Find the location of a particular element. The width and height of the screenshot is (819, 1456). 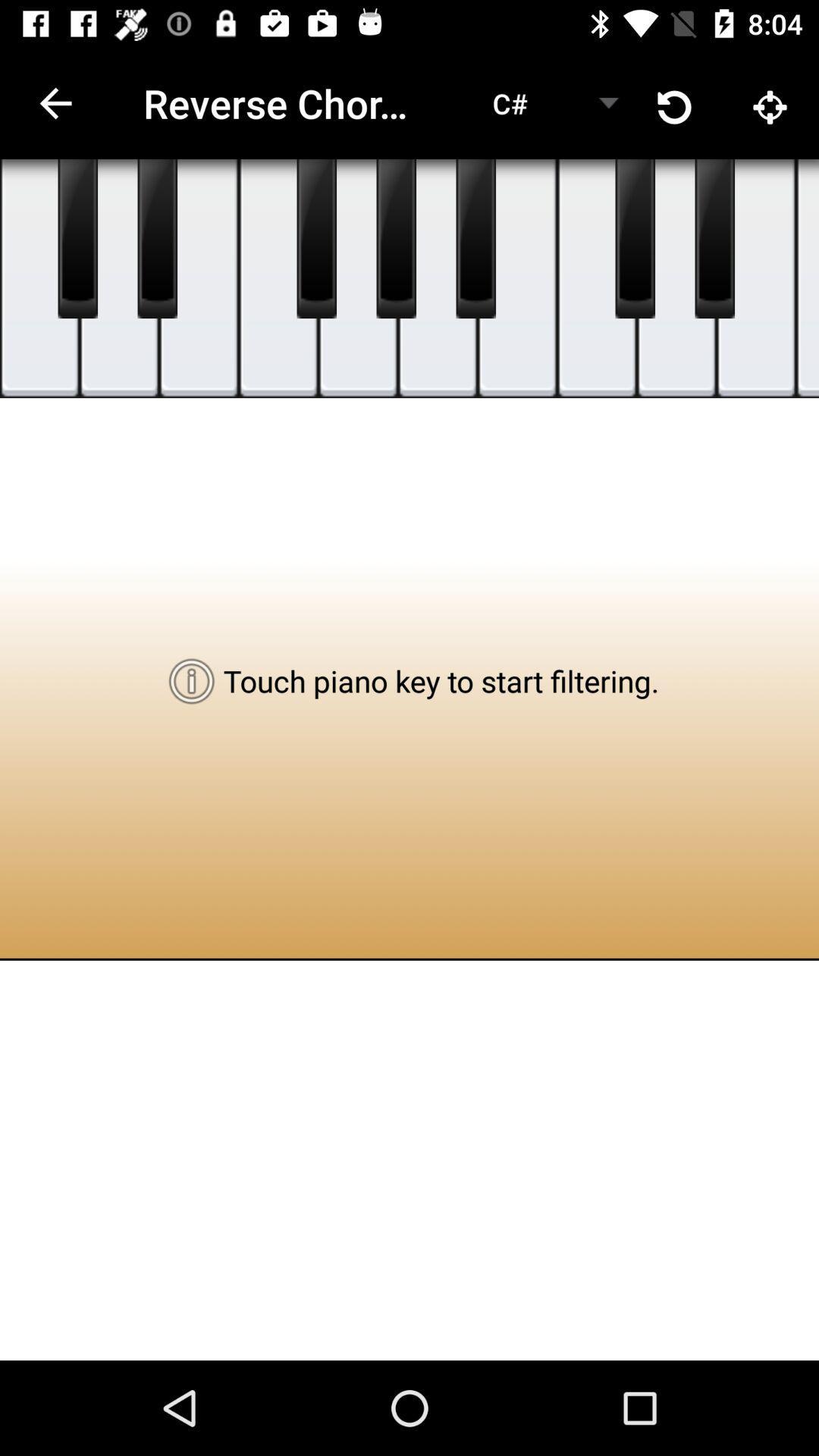

touch to play is located at coordinates (438, 278).